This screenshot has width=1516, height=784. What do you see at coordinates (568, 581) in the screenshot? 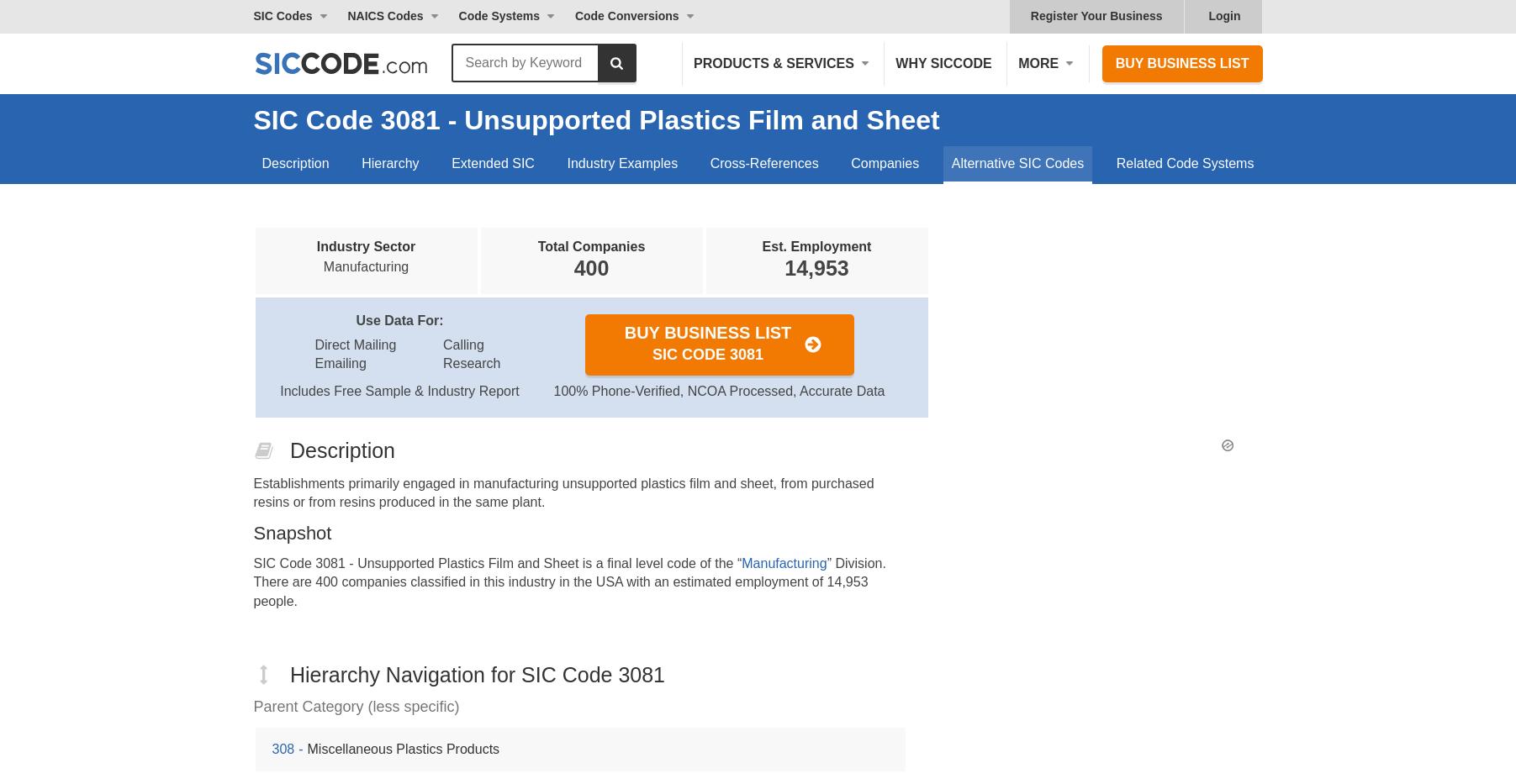
I see `'” Division.
                                                                    There are 400 companies classified in this industry in the USA with an estimated employment of 14,953 people.'` at bounding box center [568, 581].